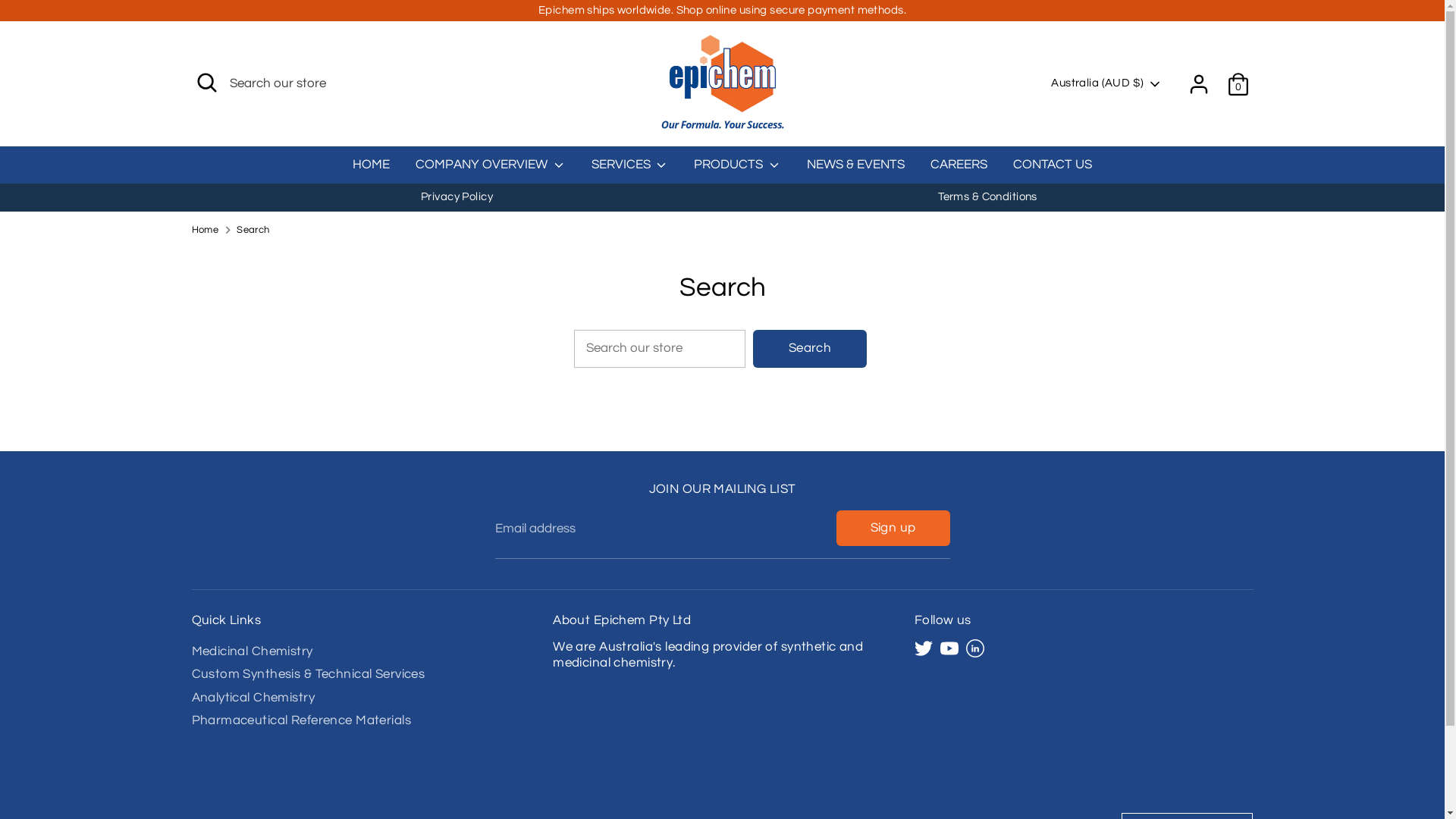  What do you see at coordinates (1106, 83) in the screenshot?
I see `'Australia (AUD $)'` at bounding box center [1106, 83].